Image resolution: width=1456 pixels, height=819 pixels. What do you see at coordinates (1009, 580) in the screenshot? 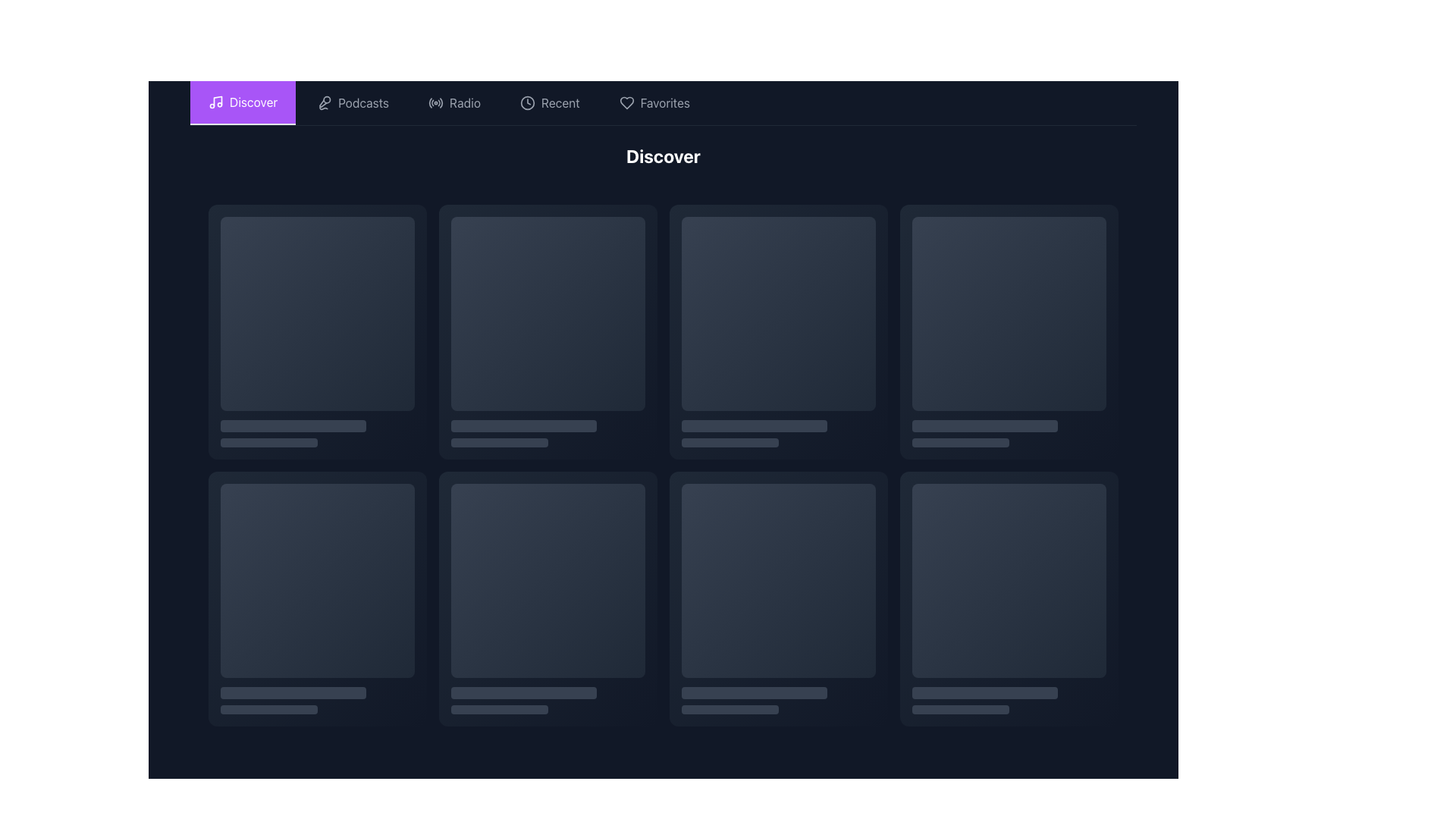
I see `the visual placeholder, which is a square element with rounded corners and a gradient background located in the bottom-right corner of the grid layout` at bounding box center [1009, 580].